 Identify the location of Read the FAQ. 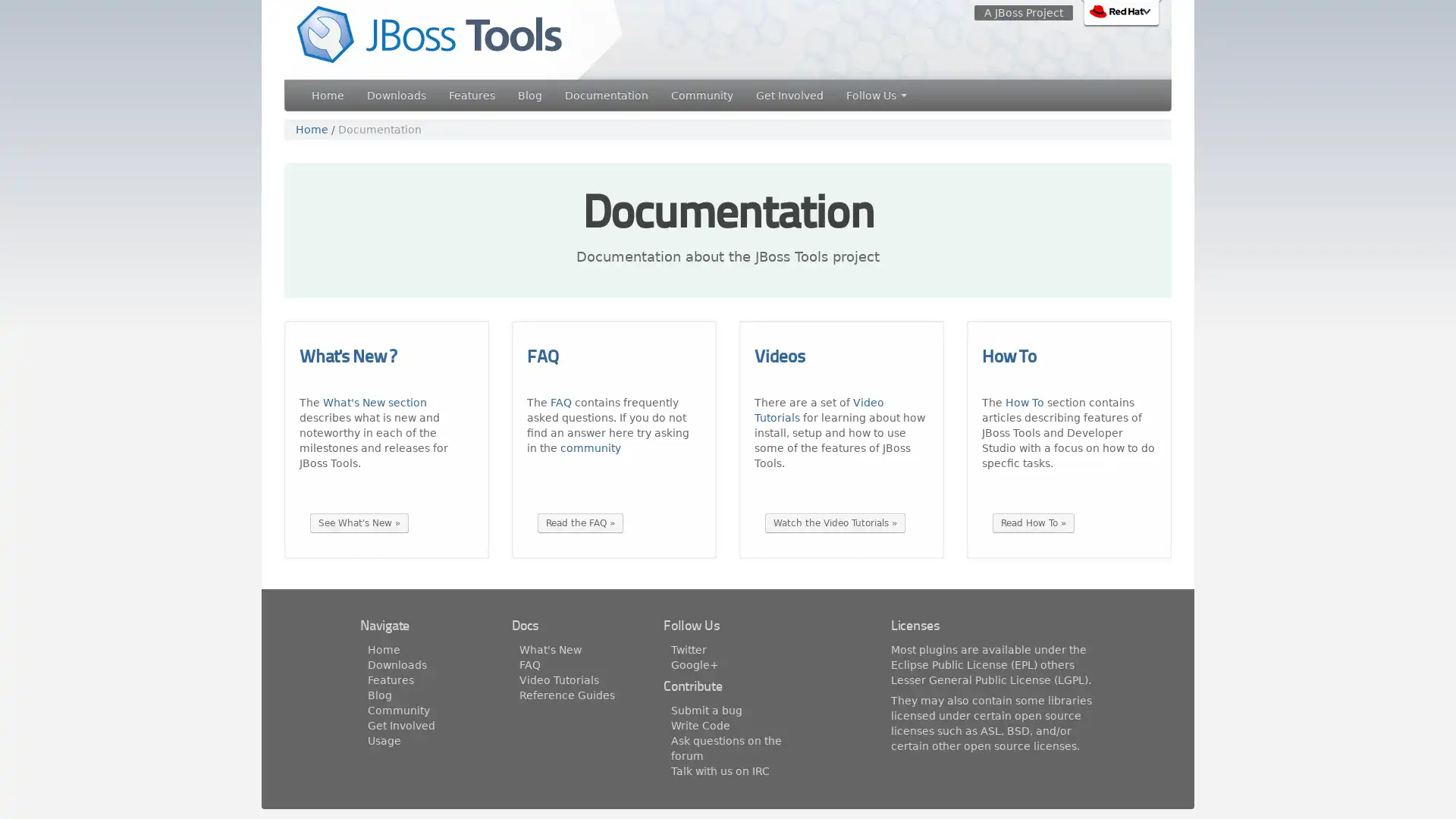
(579, 522).